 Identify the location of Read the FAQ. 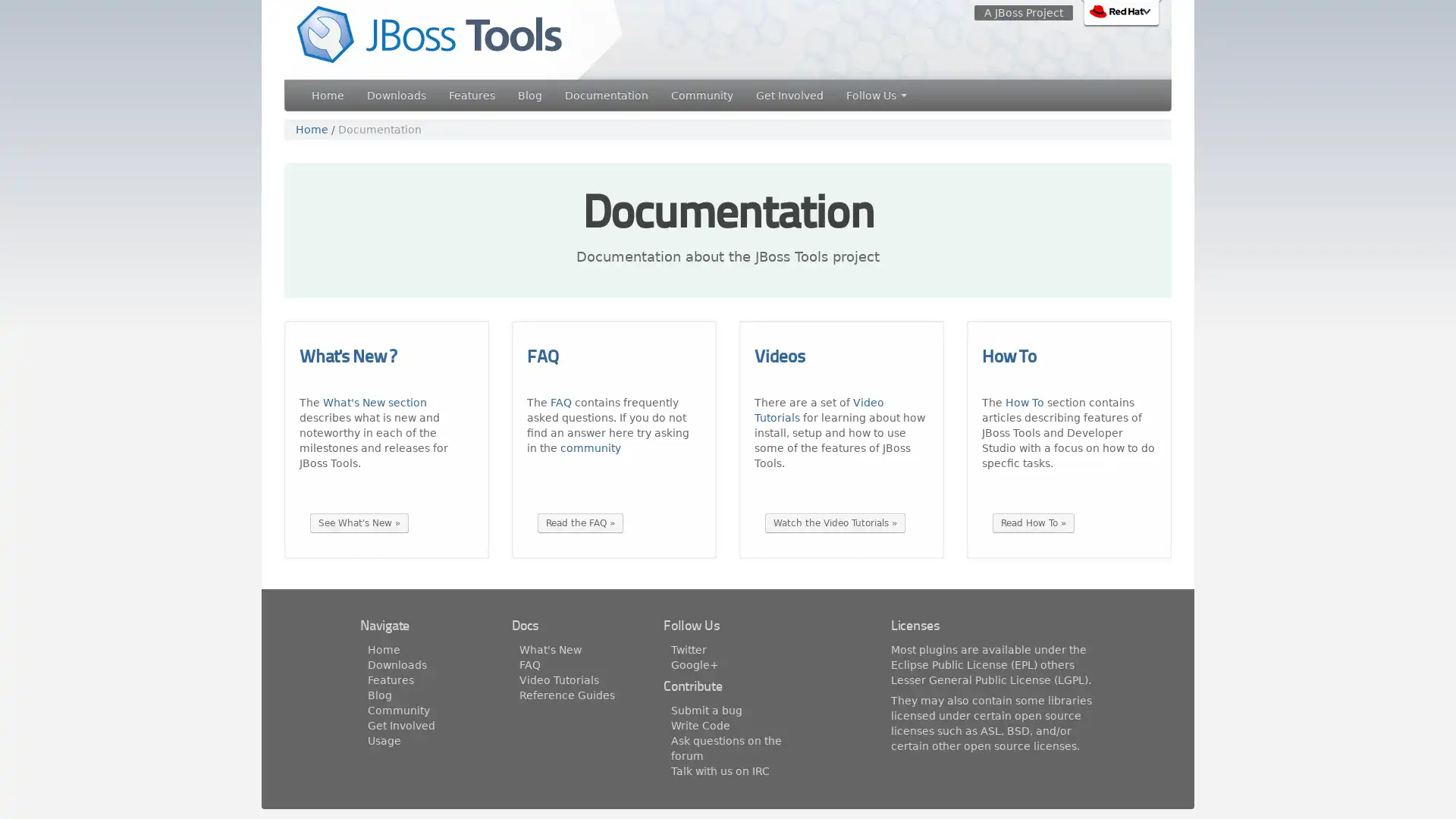
(579, 522).